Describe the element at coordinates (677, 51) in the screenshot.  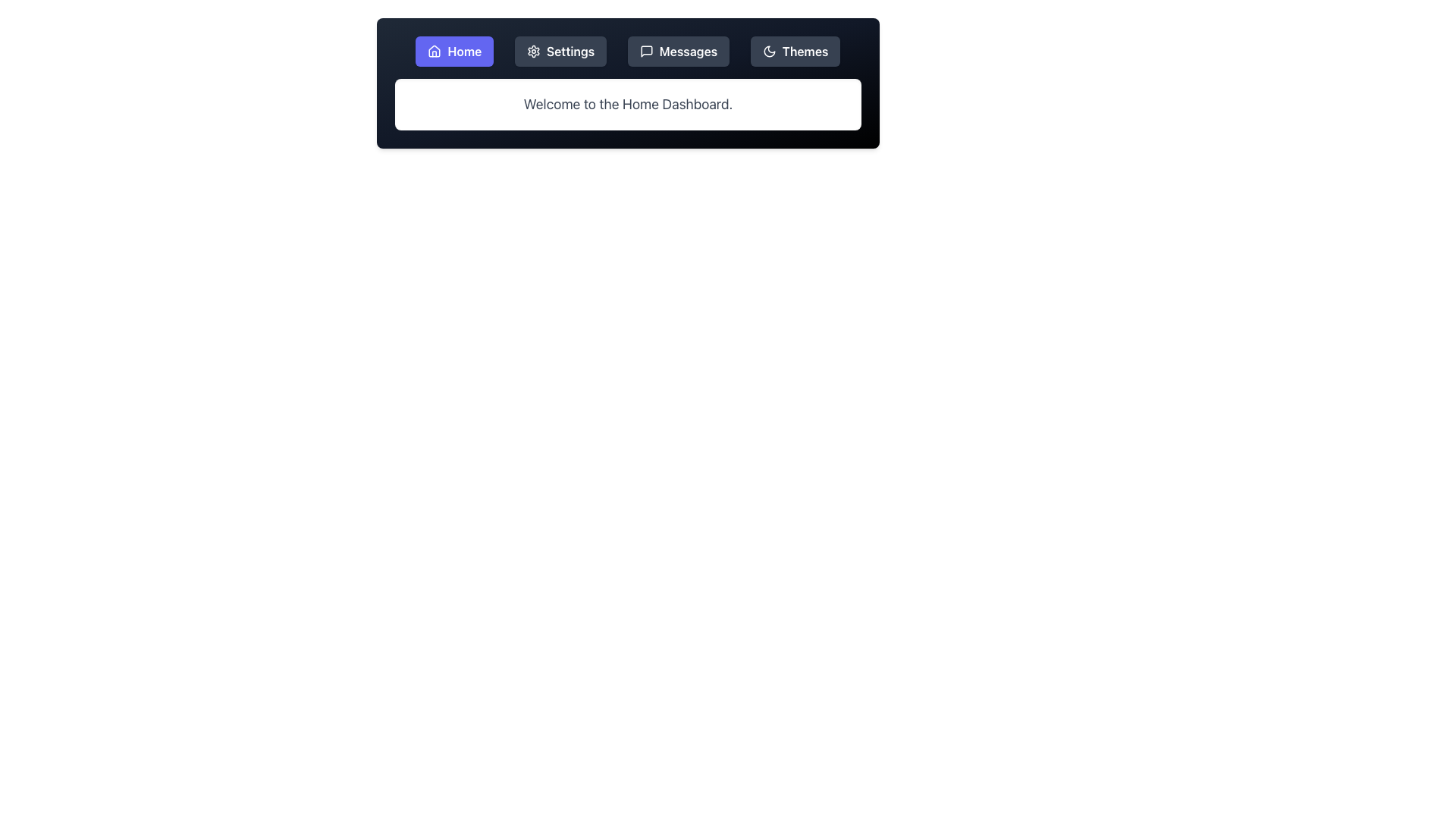
I see `the 'Messages' button, which is the third button from the left` at that location.